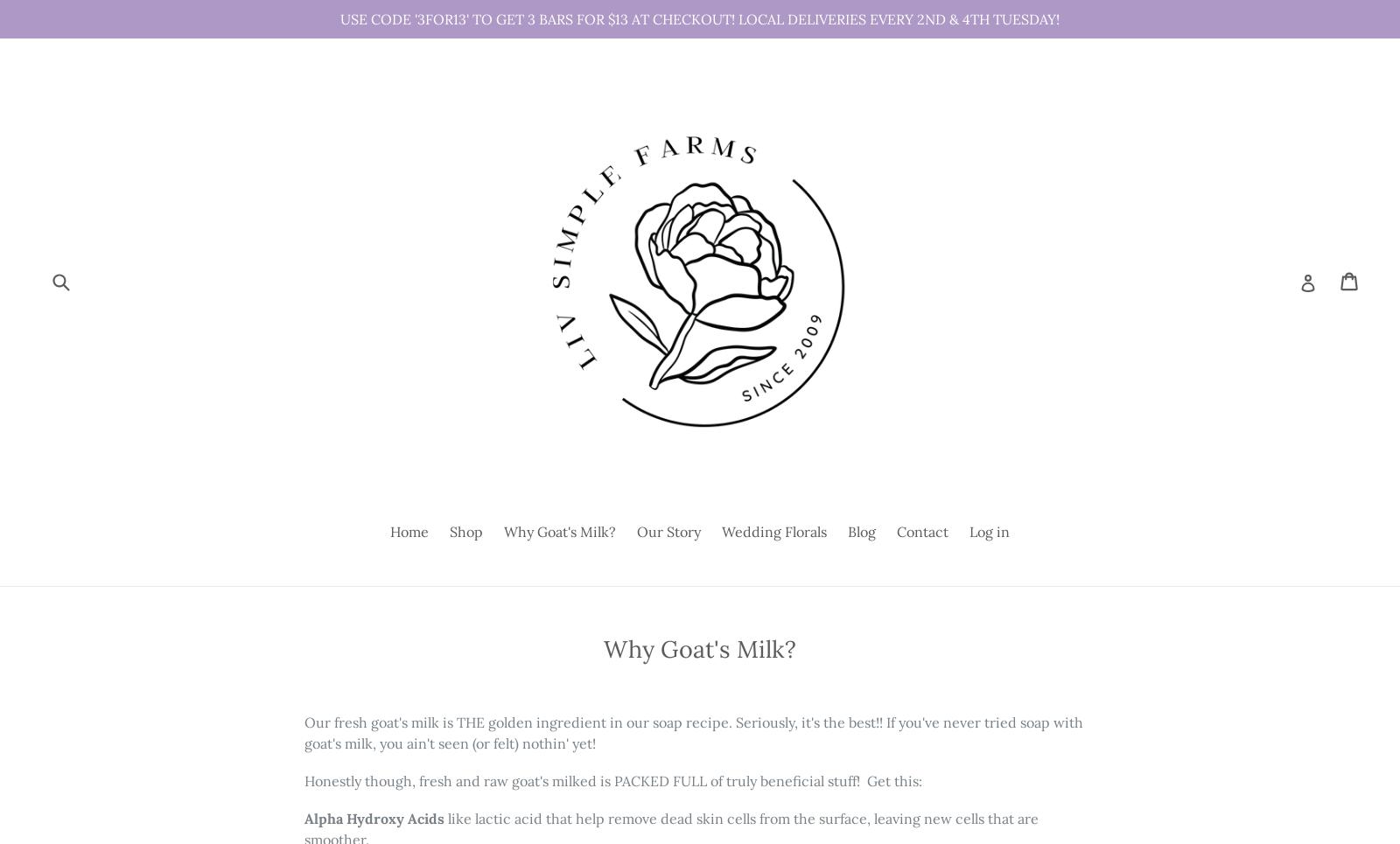  Describe the element at coordinates (465, 531) in the screenshot. I see `'Shop'` at that location.